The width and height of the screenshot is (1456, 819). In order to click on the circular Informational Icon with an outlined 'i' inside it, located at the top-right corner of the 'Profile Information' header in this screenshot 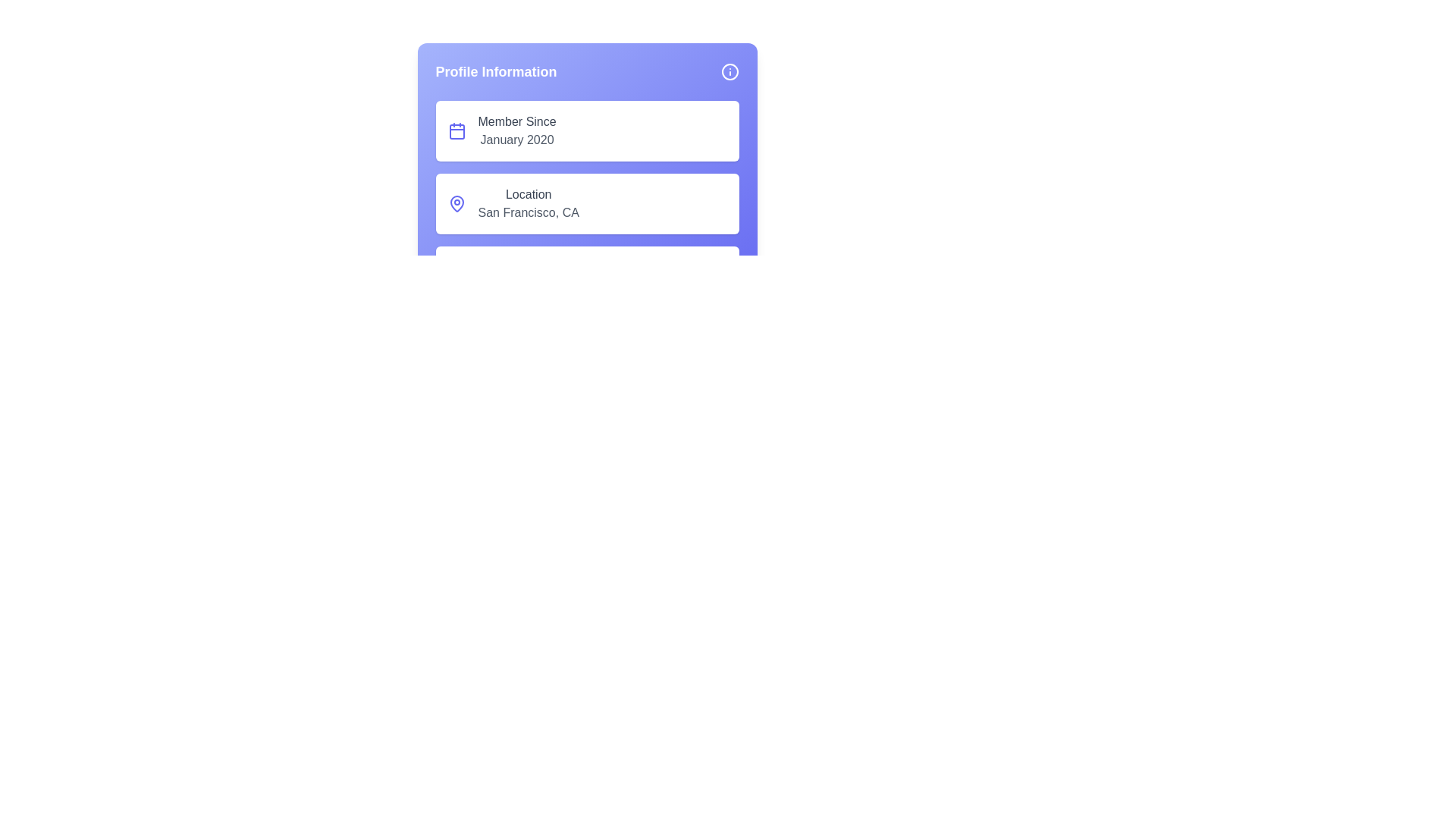, I will do `click(730, 72)`.